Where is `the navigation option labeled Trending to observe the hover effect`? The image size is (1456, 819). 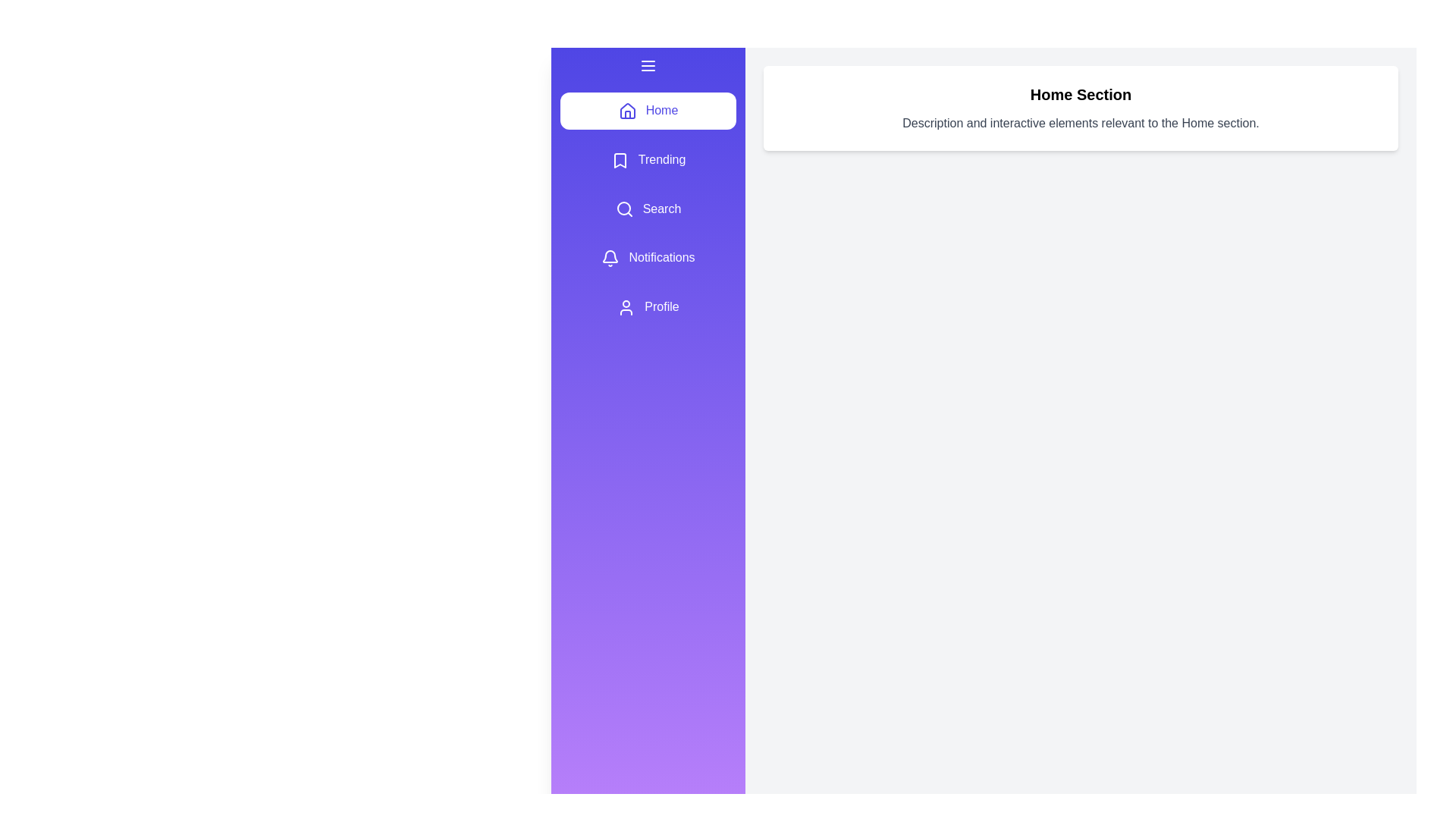
the navigation option labeled Trending to observe the hover effect is located at coordinates (648, 160).